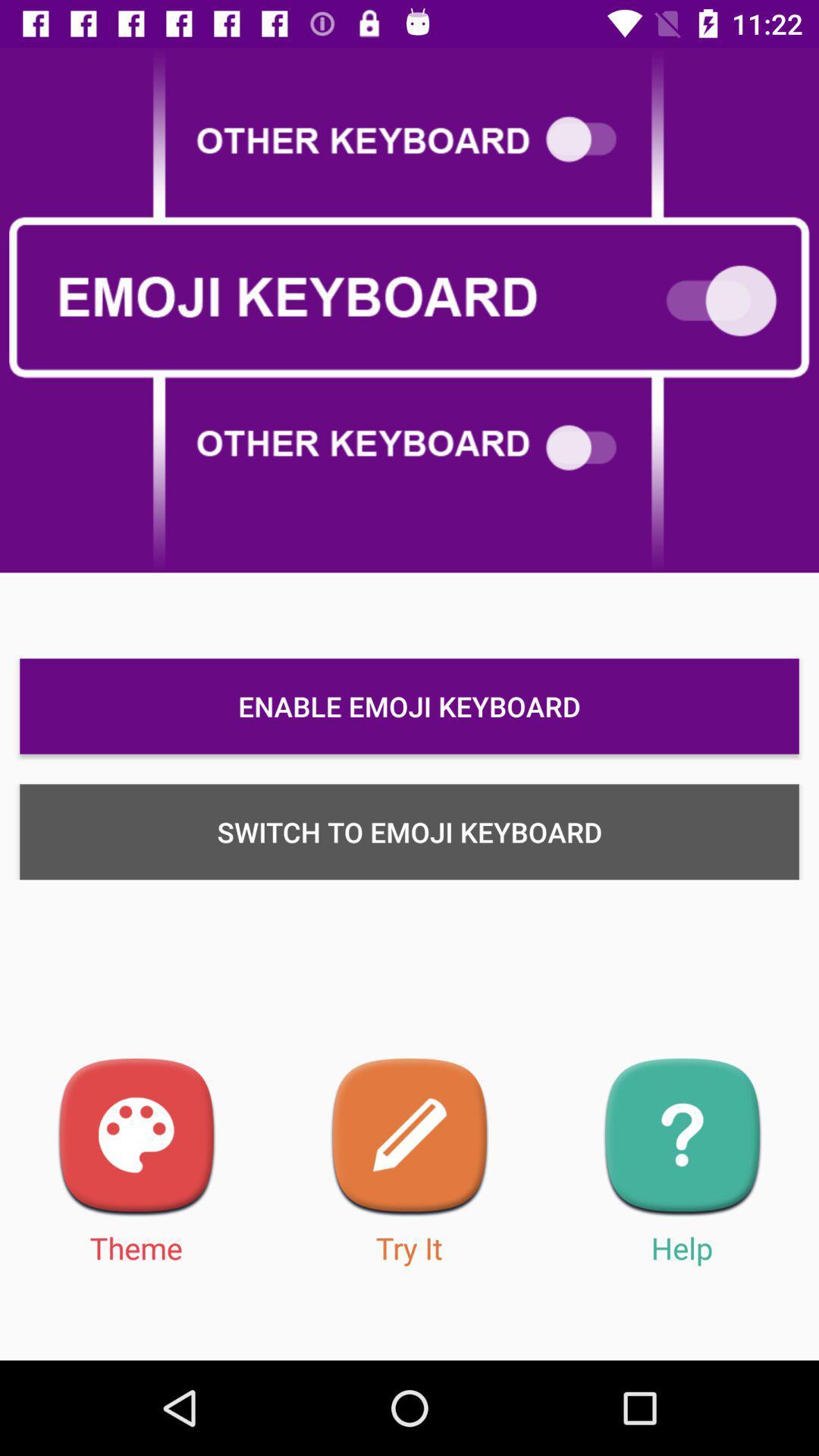  What do you see at coordinates (136, 1137) in the screenshot?
I see `theme` at bounding box center [136, 1137].